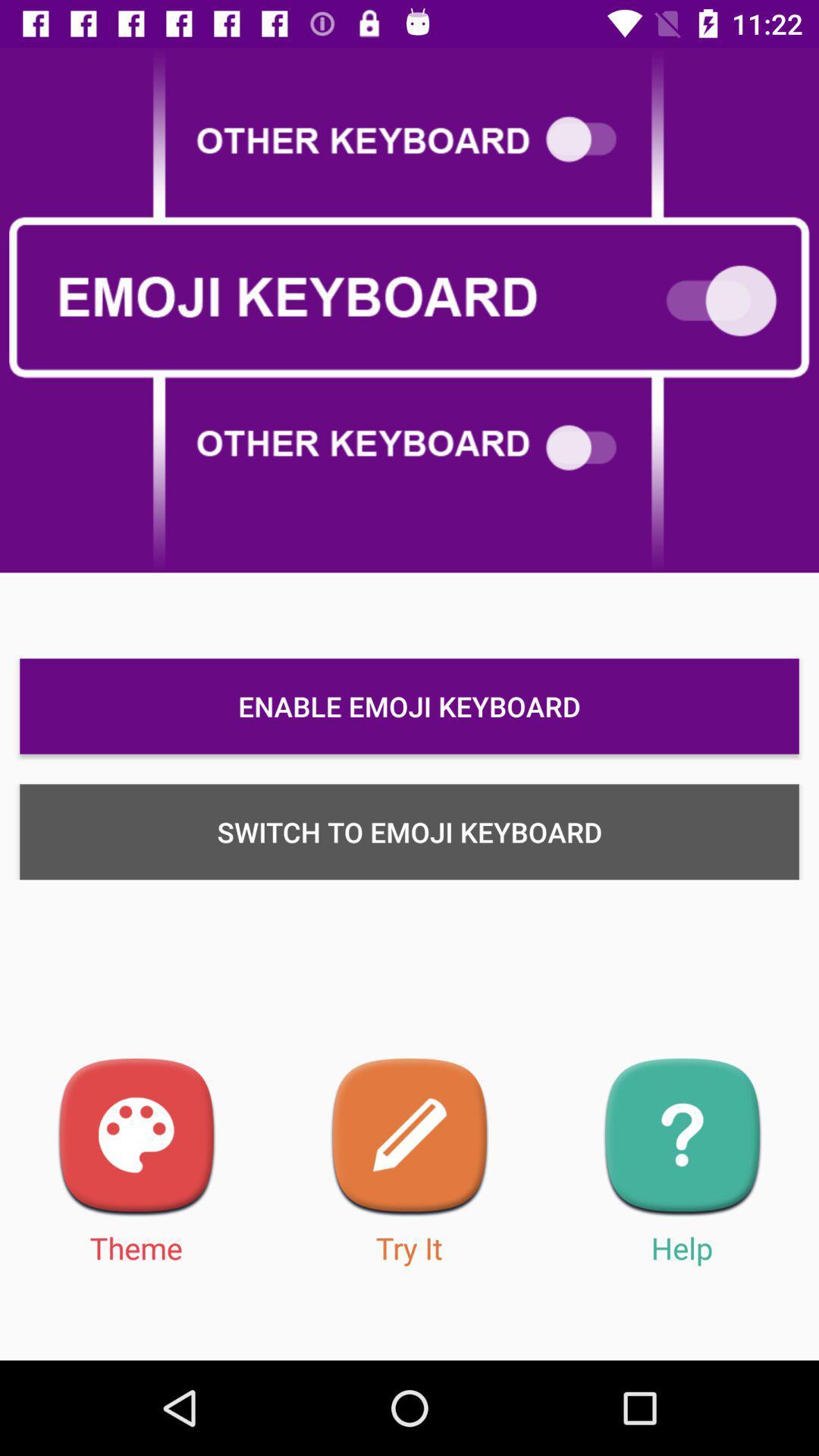  What do you see at coordinates (136, 1137) in the screenshot?
I see `theme` at bounding box center [136, 1137].